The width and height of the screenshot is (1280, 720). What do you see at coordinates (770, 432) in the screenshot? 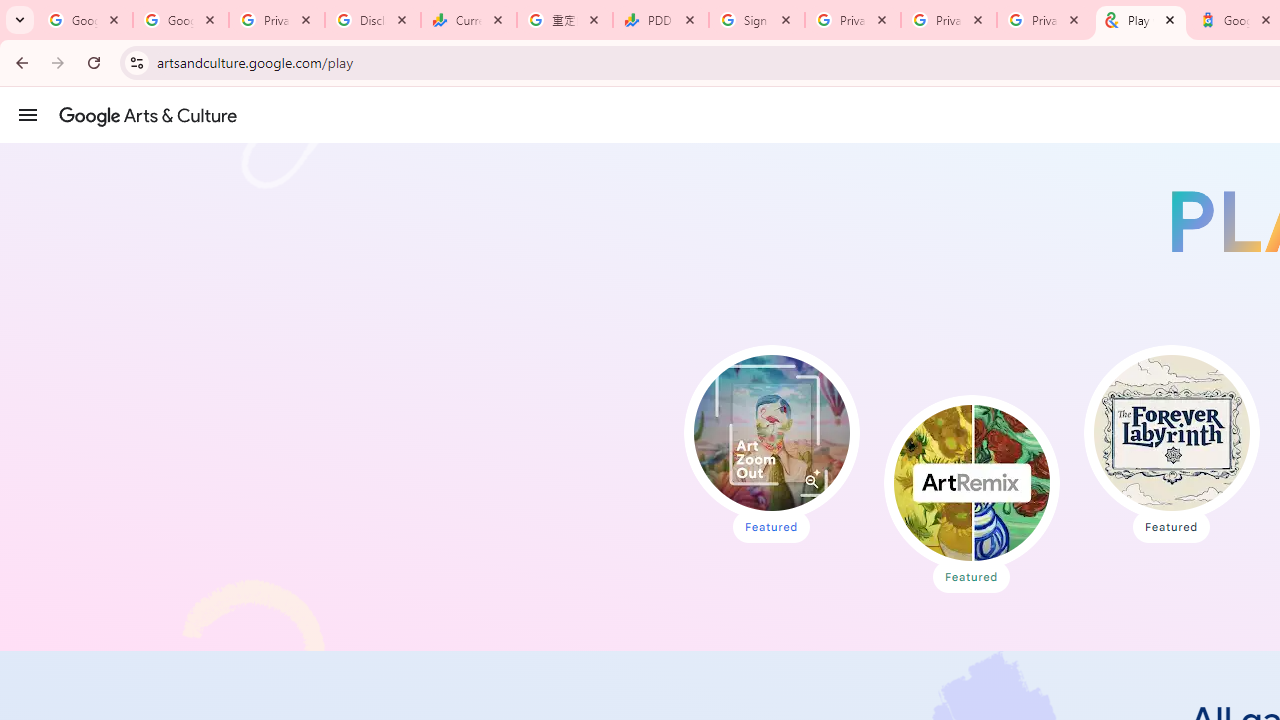
I see `'Art Zoom Out'` at bounding box center [770, 432].